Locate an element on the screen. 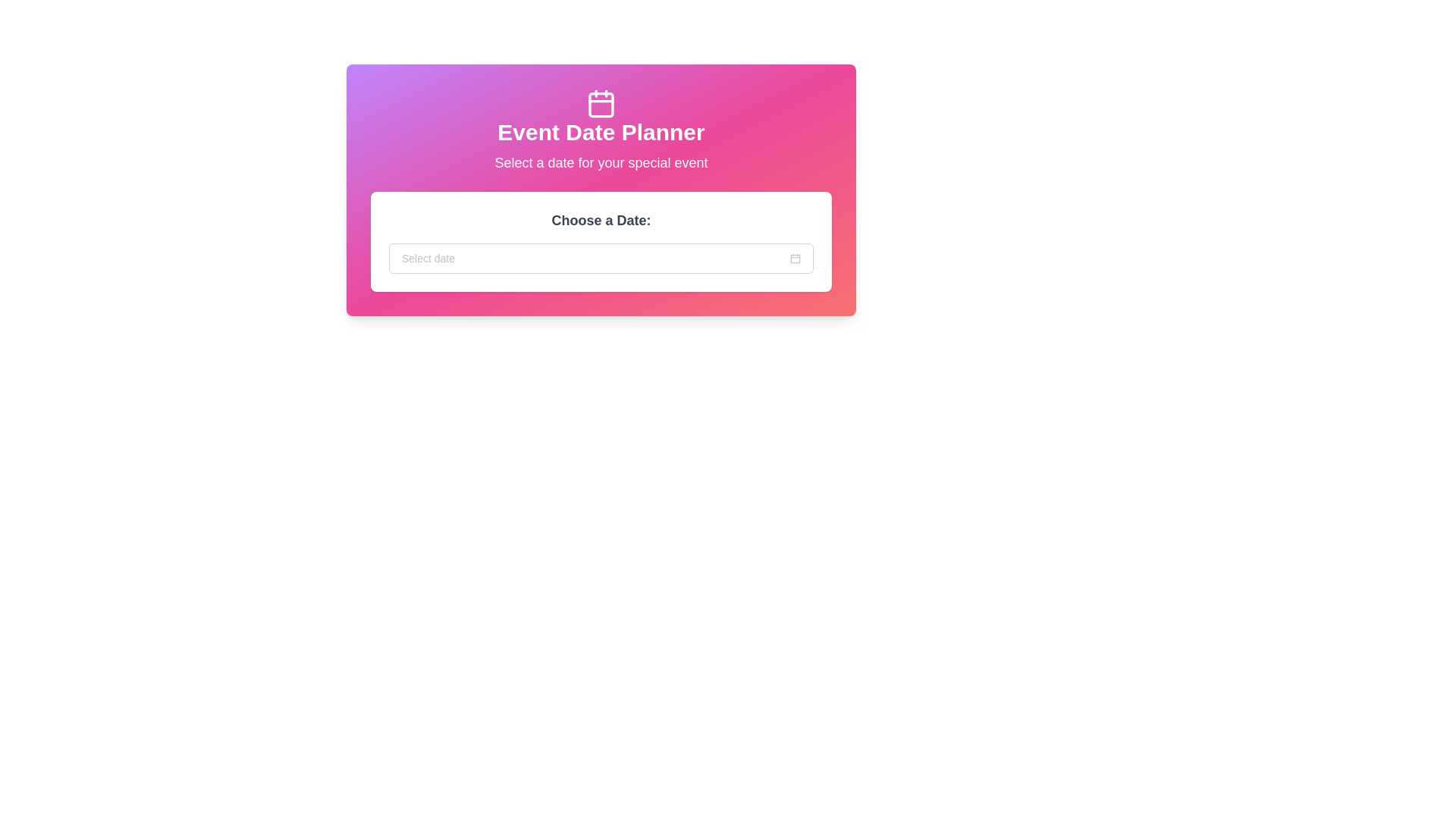  the text label that reads 'Choose a Date:' which is bold and dark gray, positioned at the top of a white rectangular card is located at coordinates (600, 220).